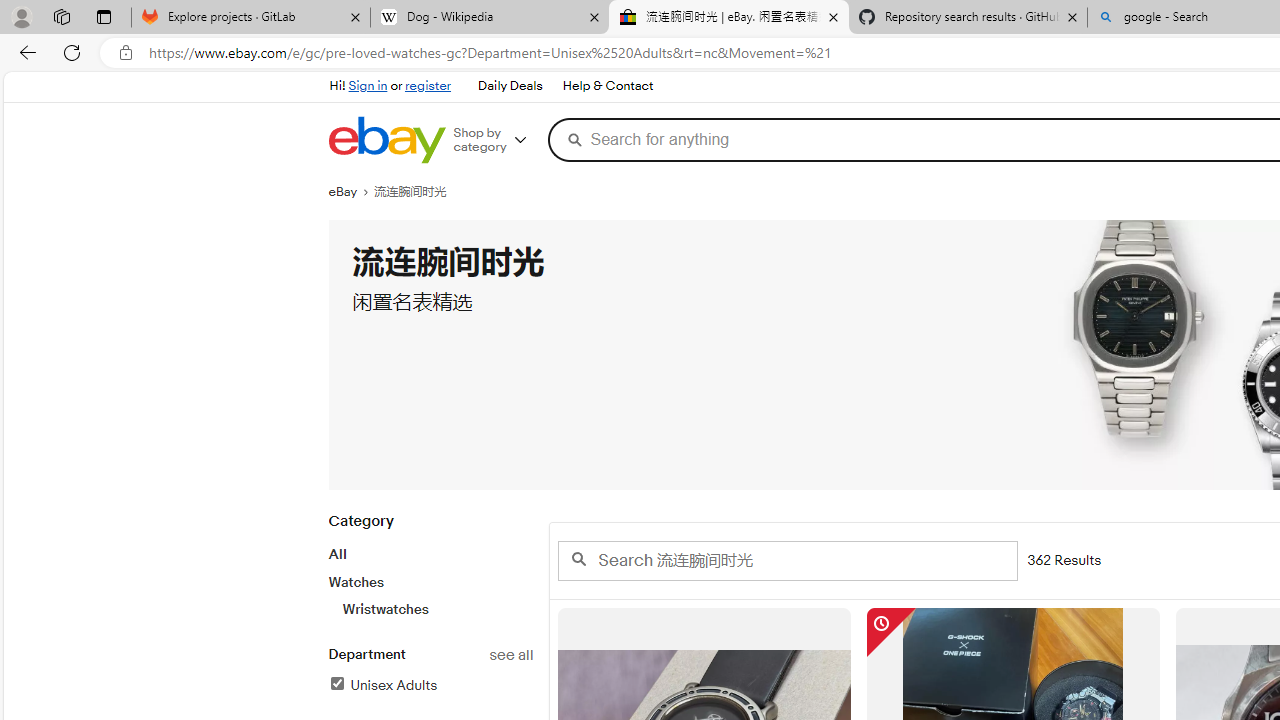 Image resolution: width=1280 pixels, height=720 pixels. Describe the element at coordinates (490, 17) in the screenshot. I see `'Dog - Wikipedia'` at that location.